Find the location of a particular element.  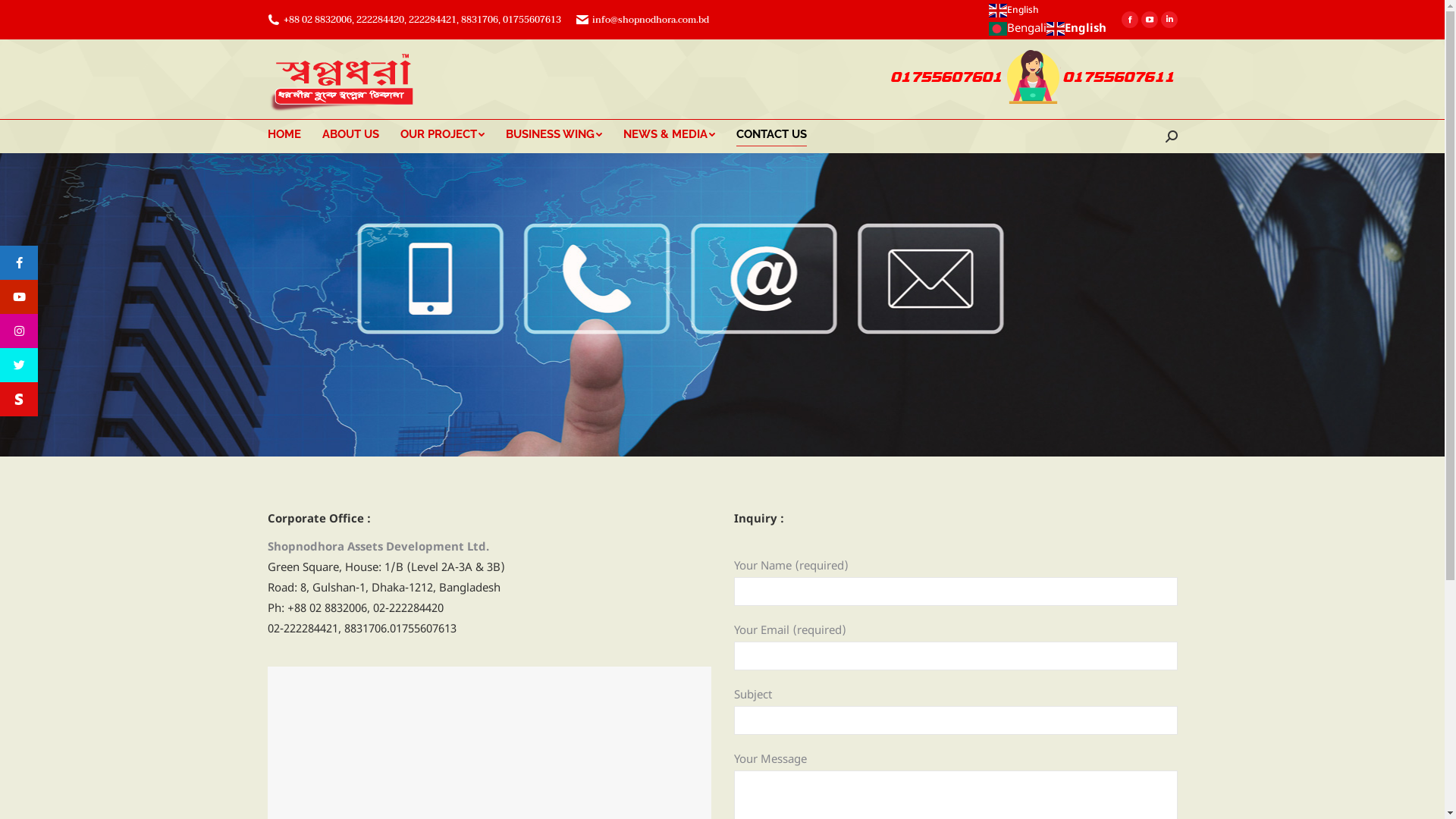

'English' is located at coordinates (1046, 29).